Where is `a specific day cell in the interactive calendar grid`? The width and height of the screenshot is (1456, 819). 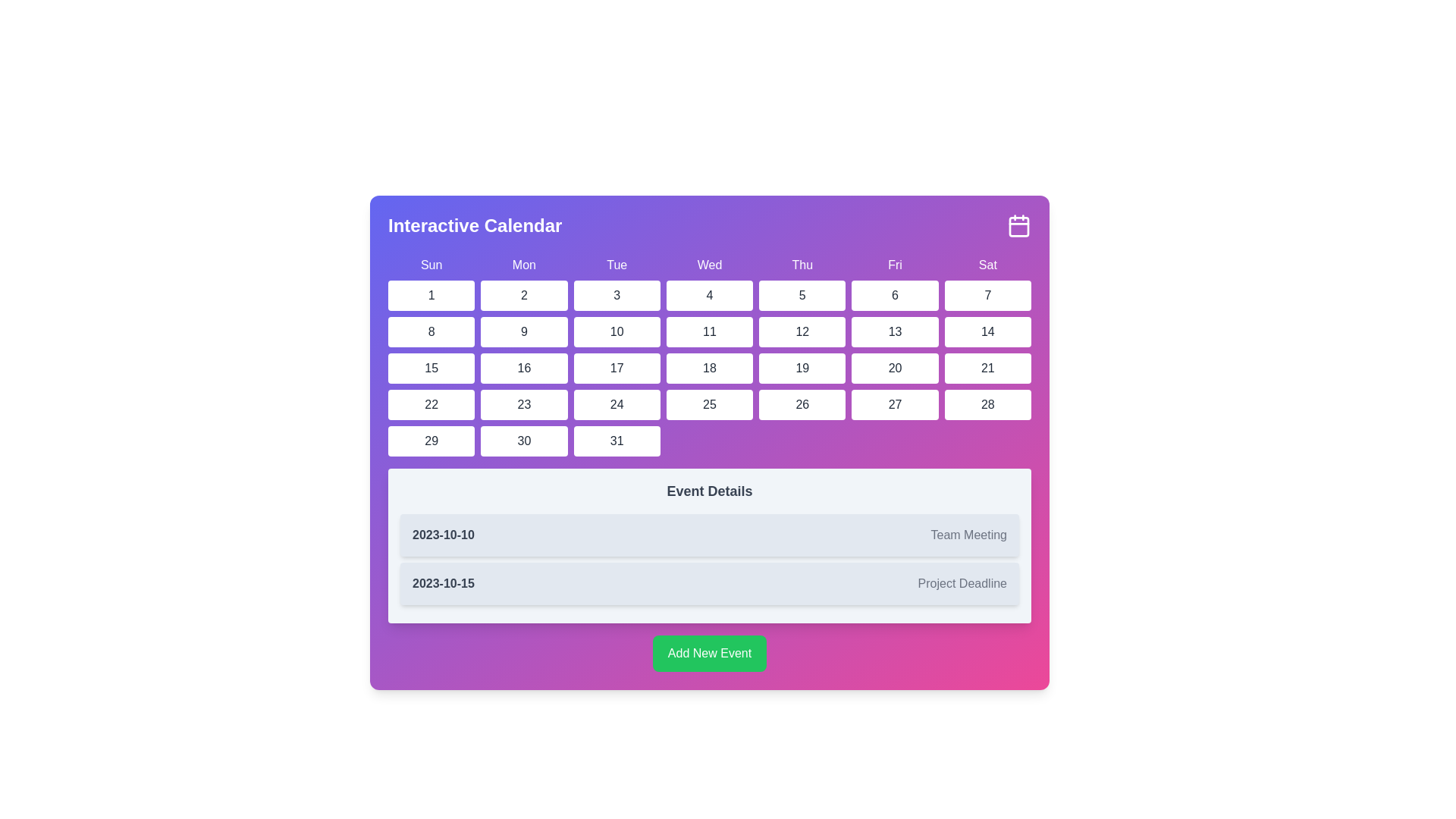 a specific day cell in the interactive calendar grid is located at coordinates (709, 356).